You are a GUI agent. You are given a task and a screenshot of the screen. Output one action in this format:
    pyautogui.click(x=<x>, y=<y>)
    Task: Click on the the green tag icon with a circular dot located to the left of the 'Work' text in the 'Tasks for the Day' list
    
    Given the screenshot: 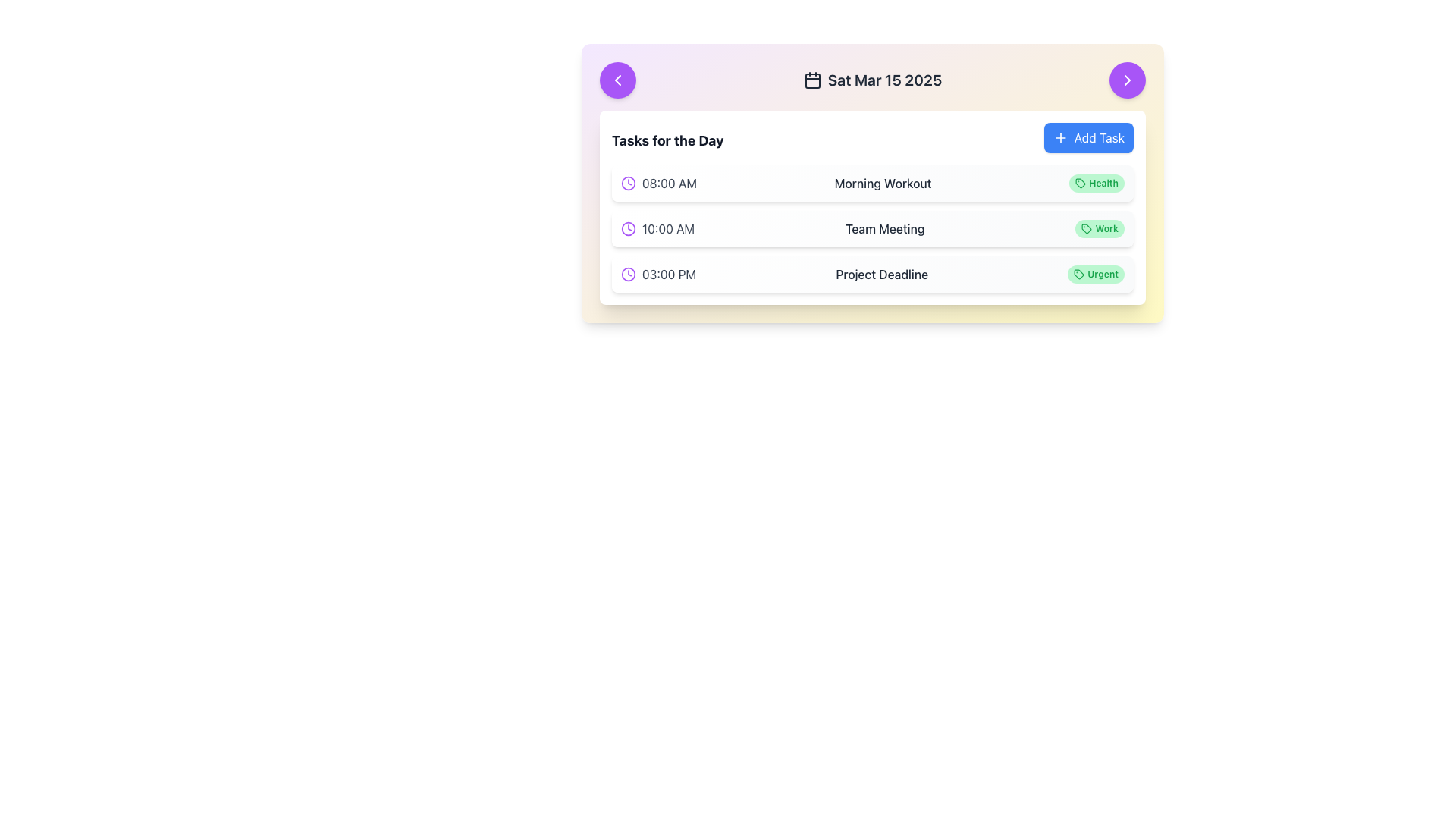 What is the action you would take?
    pyautogui.click(x=1086, y=228)
    